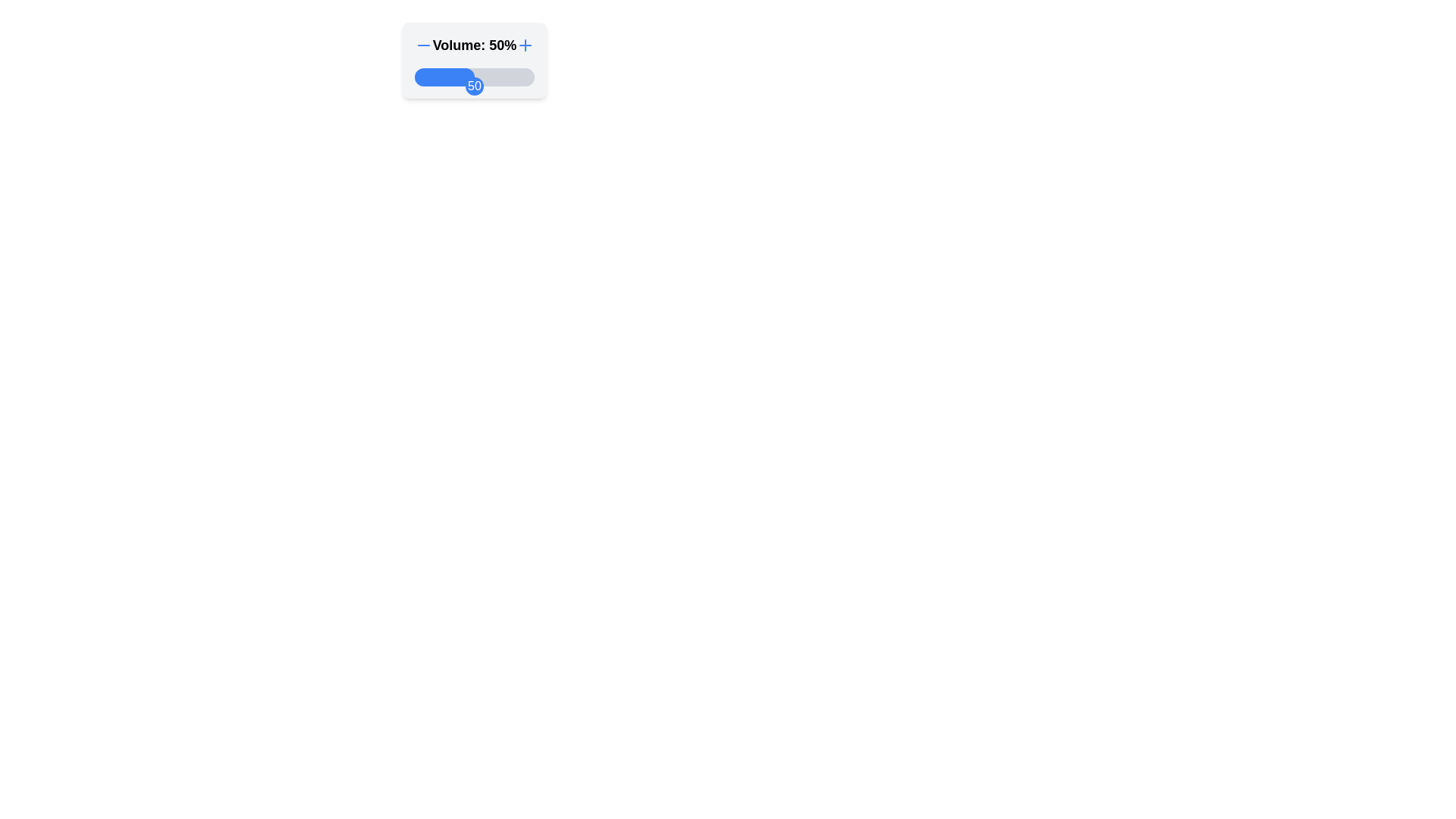 This screenshot has height=819, width=1456. What do you see at coordinates (435, 77) in the screenshot?
I see `the slider` at bounding box center [435, 77].